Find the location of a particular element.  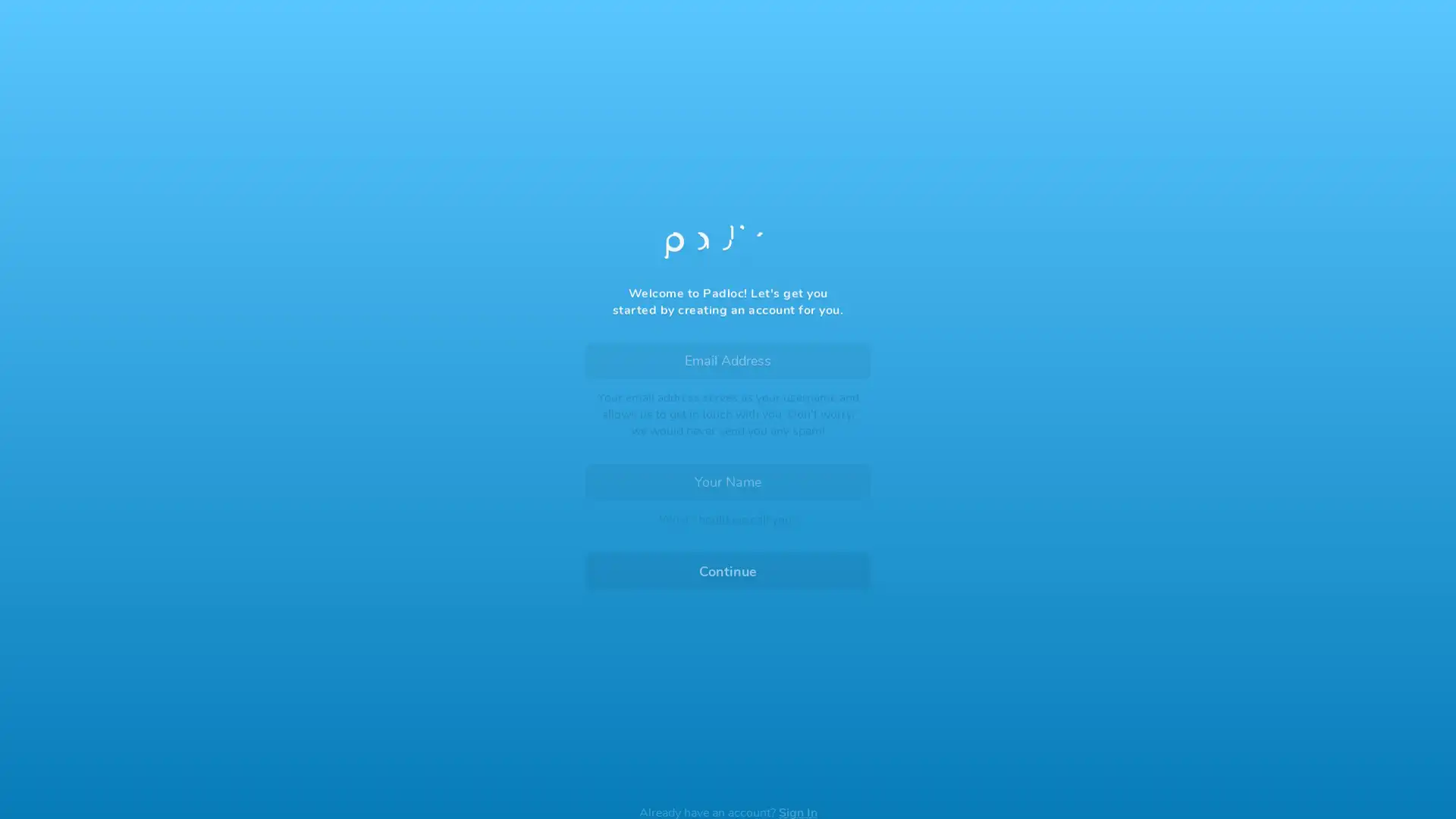

Unlock is located at coordinates (728, 497).